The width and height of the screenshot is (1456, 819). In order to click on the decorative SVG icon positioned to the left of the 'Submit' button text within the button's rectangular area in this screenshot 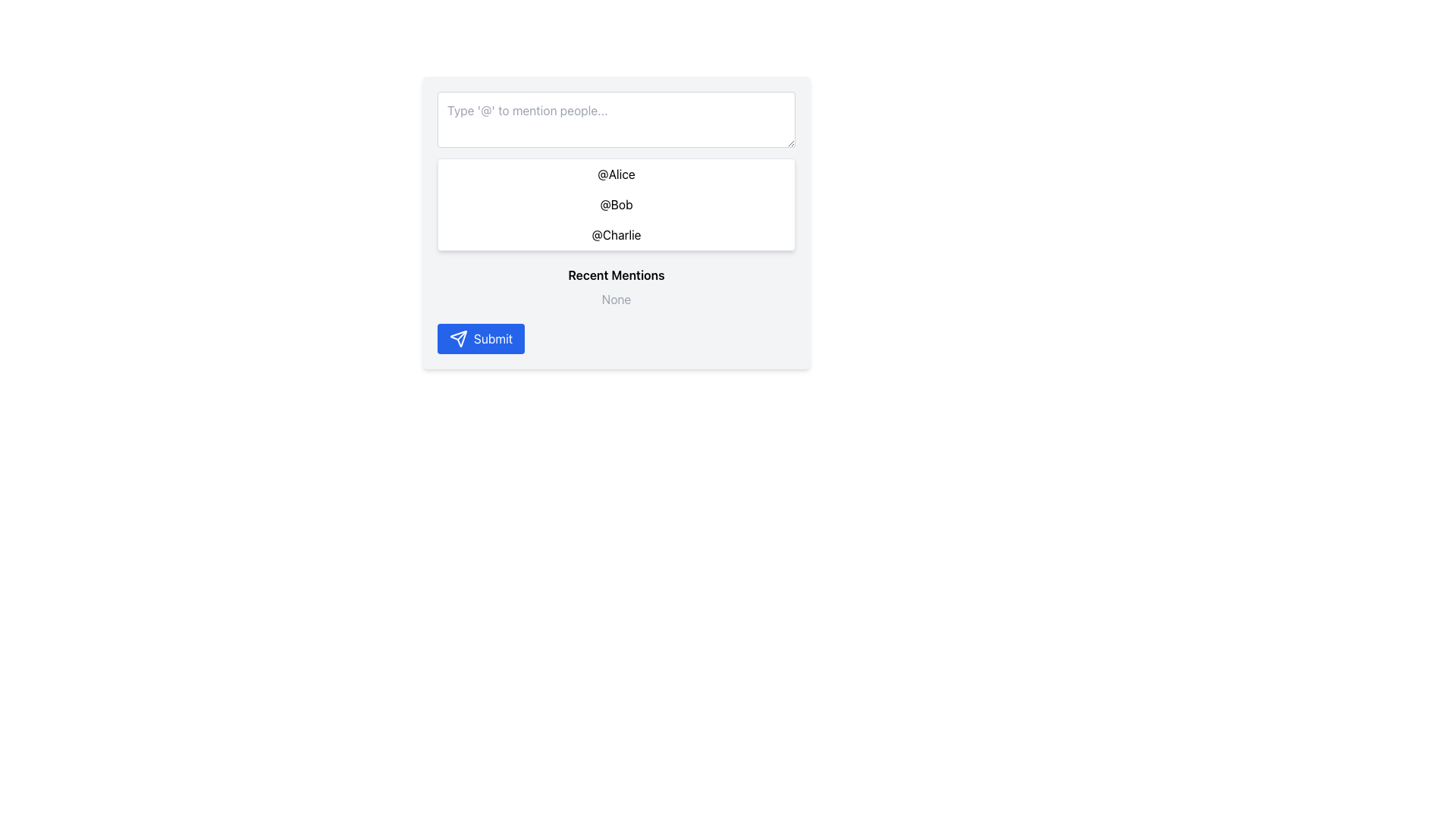, I will do `click(457, 338)`.